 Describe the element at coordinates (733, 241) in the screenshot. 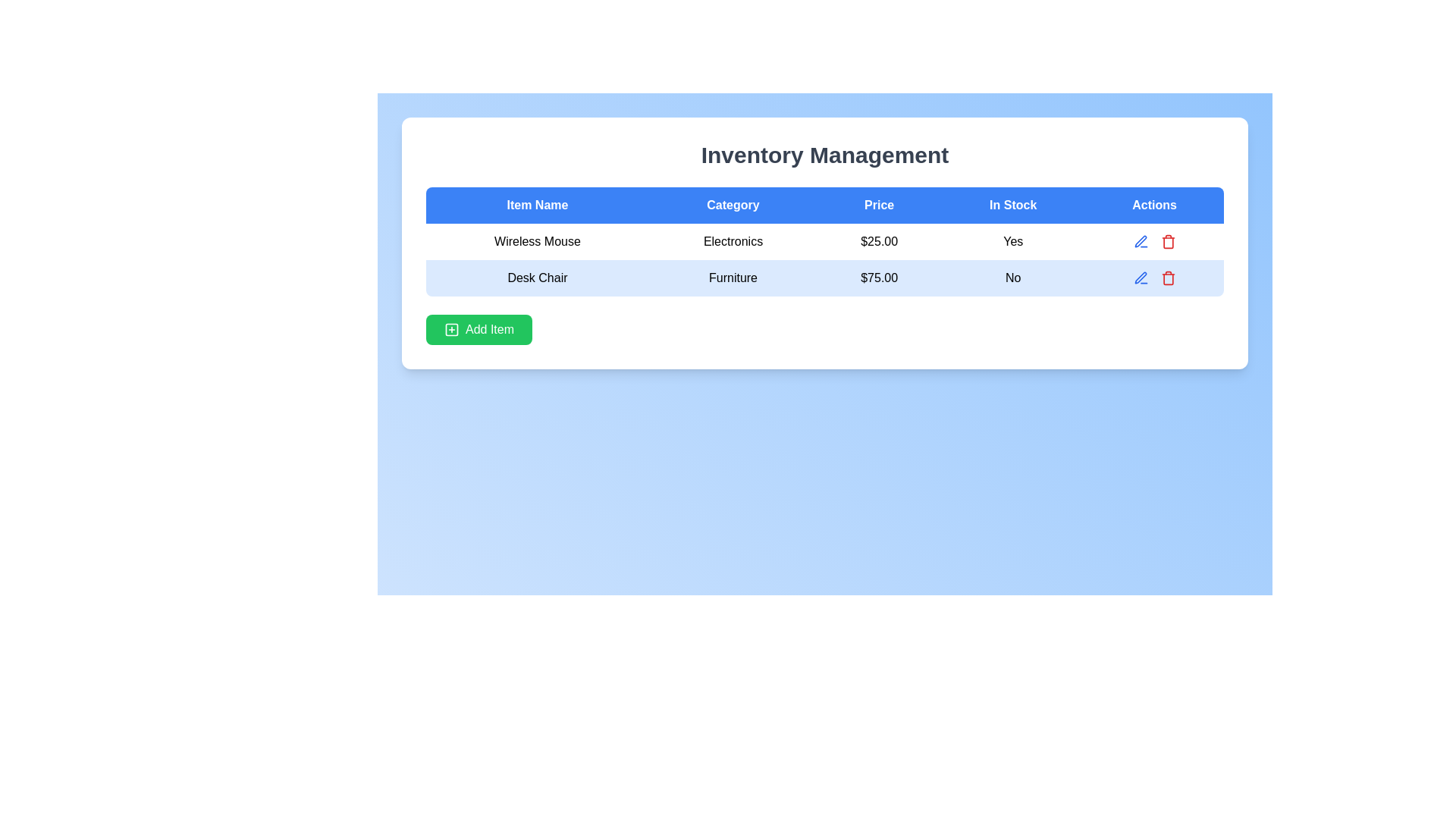

I see `the non-interactive Text Display that shows the category of the 'Wireless Mouse', located in the second cell of the 'Category' column` at that location.